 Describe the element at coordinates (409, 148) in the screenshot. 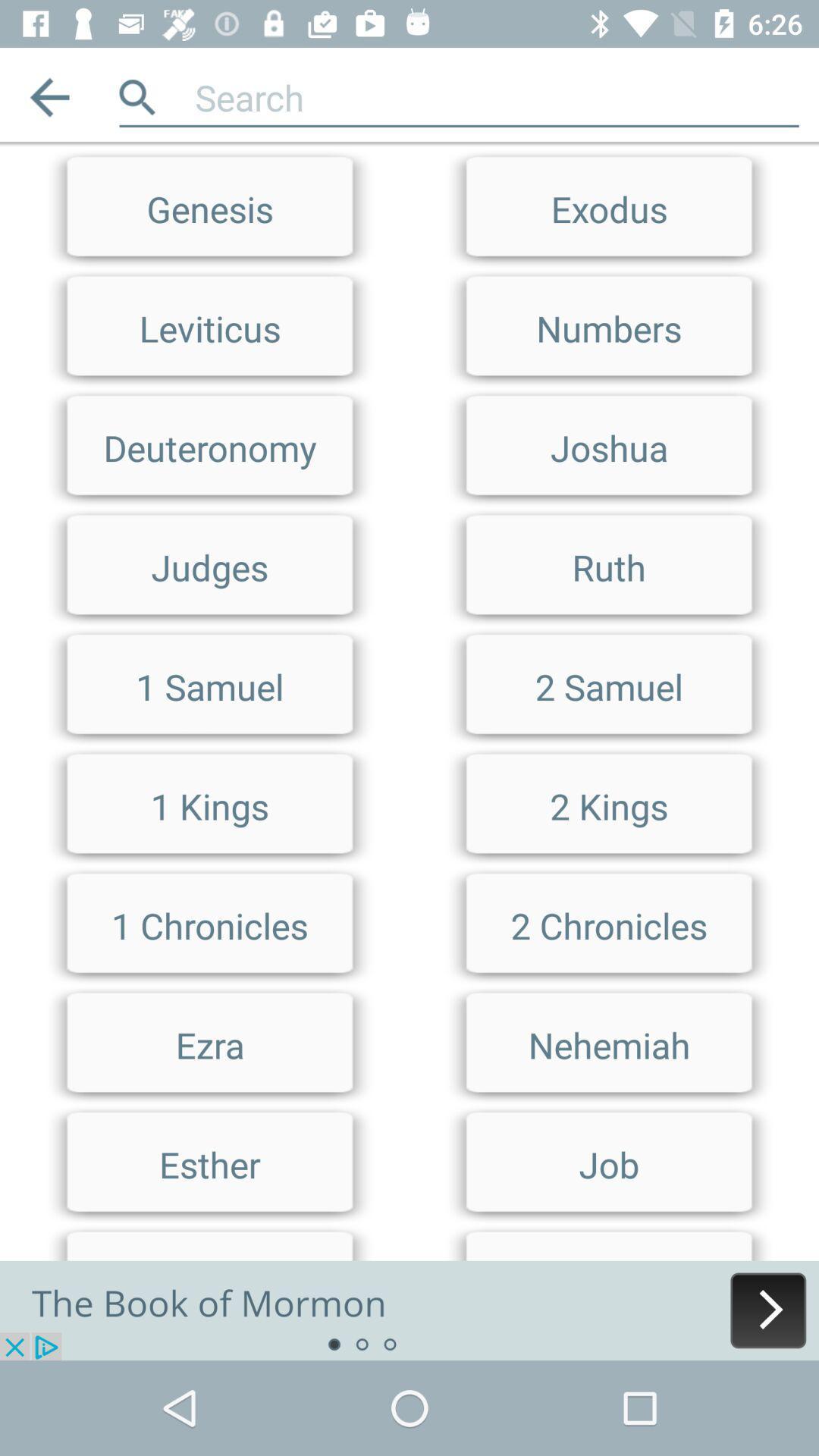

I see `search bar` at that location.